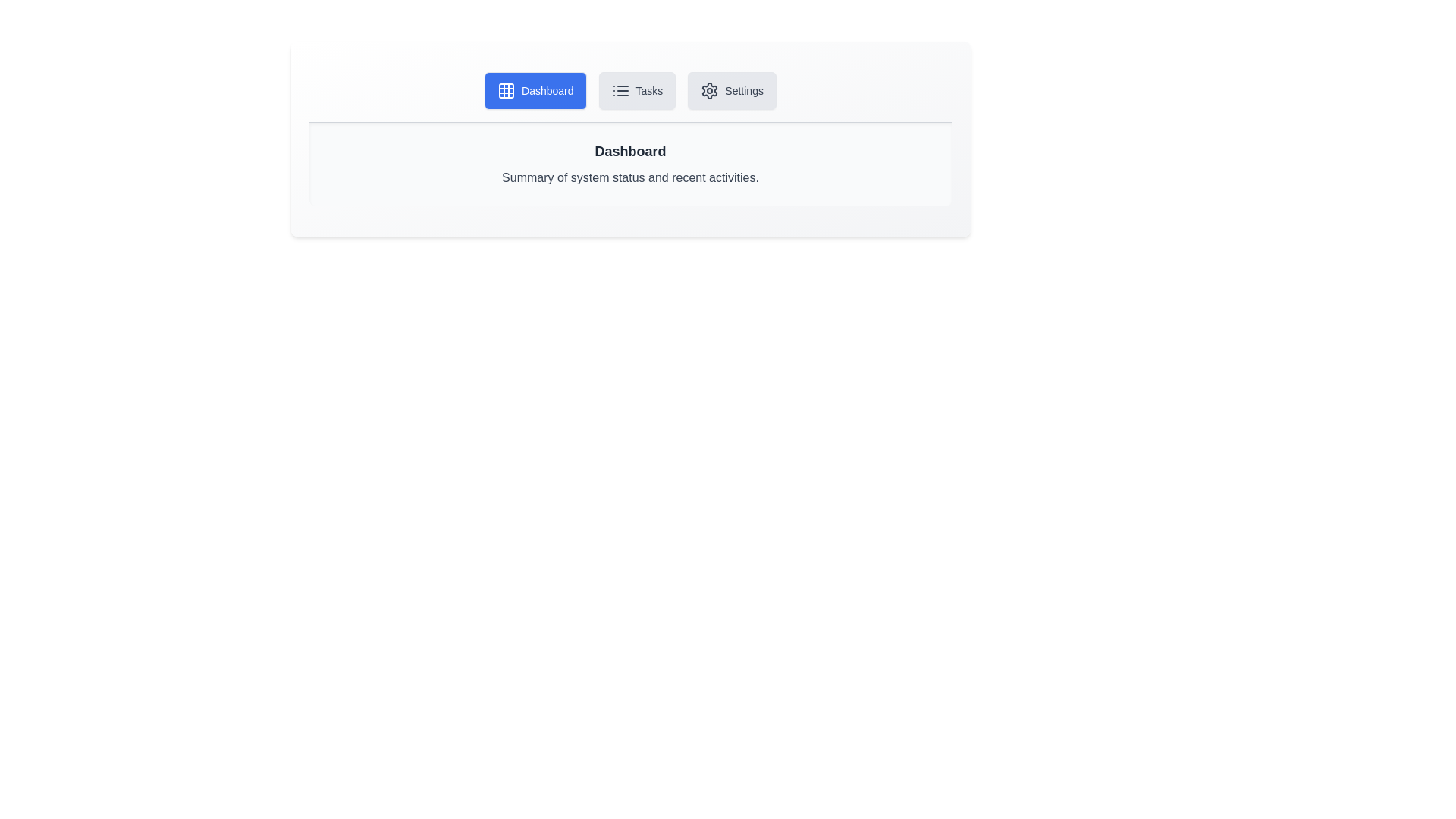 This screenshot has width=1456, height=819. What do you see at coordinates (535, 90) in the screenshot?
I see `the active tab labeled 'Dashboard'` at bounding box center [535, 90].